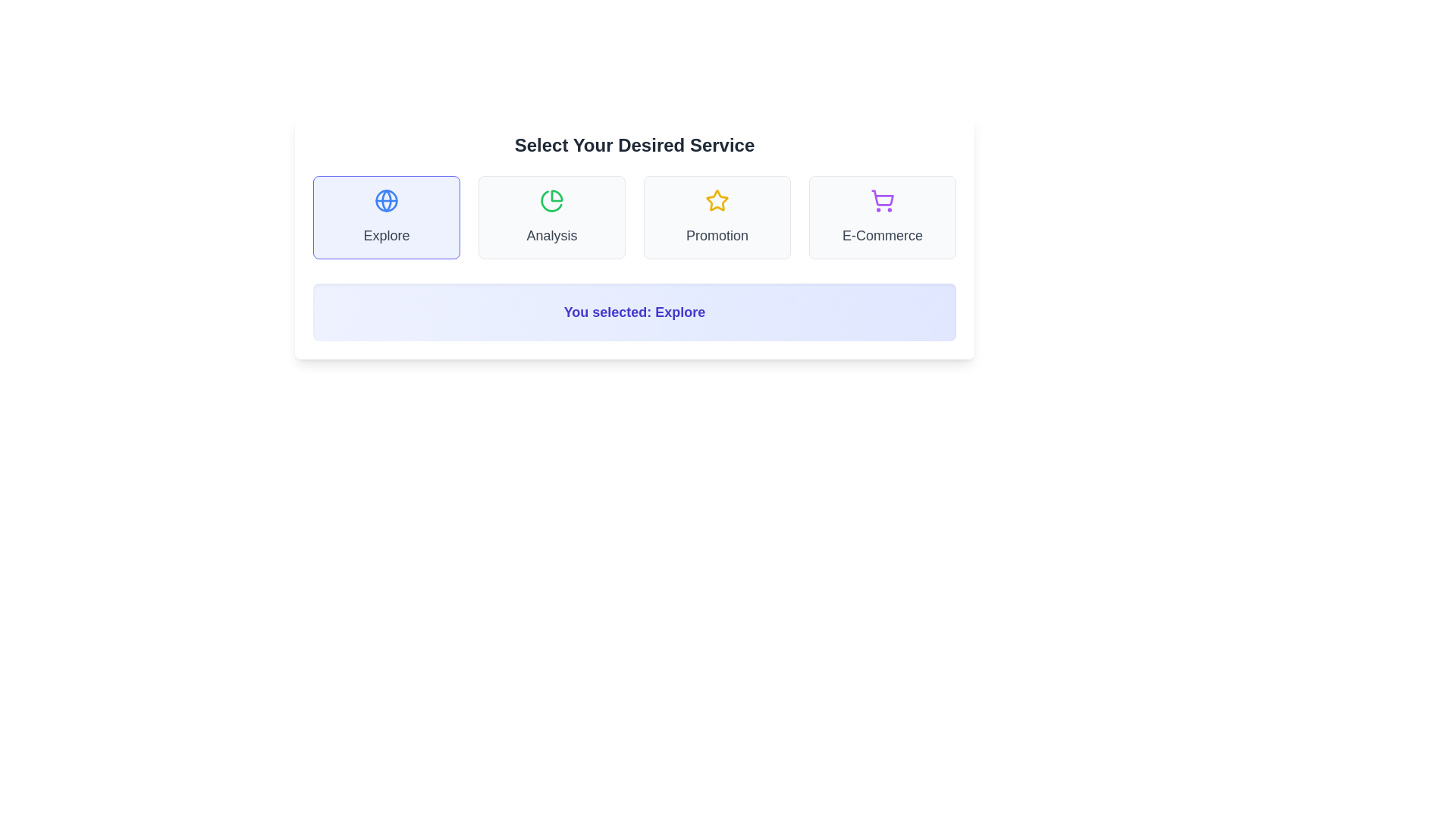 The image size is (1456, 819). What do you see at coordinates (386, 217) in the screenshot?
I see `the 'Explore' button, which is the first button in a horizontal grid layout, characterized by a light indigo background and a globe icon, to trigger a visual effect` at bounding box center [386, 217].